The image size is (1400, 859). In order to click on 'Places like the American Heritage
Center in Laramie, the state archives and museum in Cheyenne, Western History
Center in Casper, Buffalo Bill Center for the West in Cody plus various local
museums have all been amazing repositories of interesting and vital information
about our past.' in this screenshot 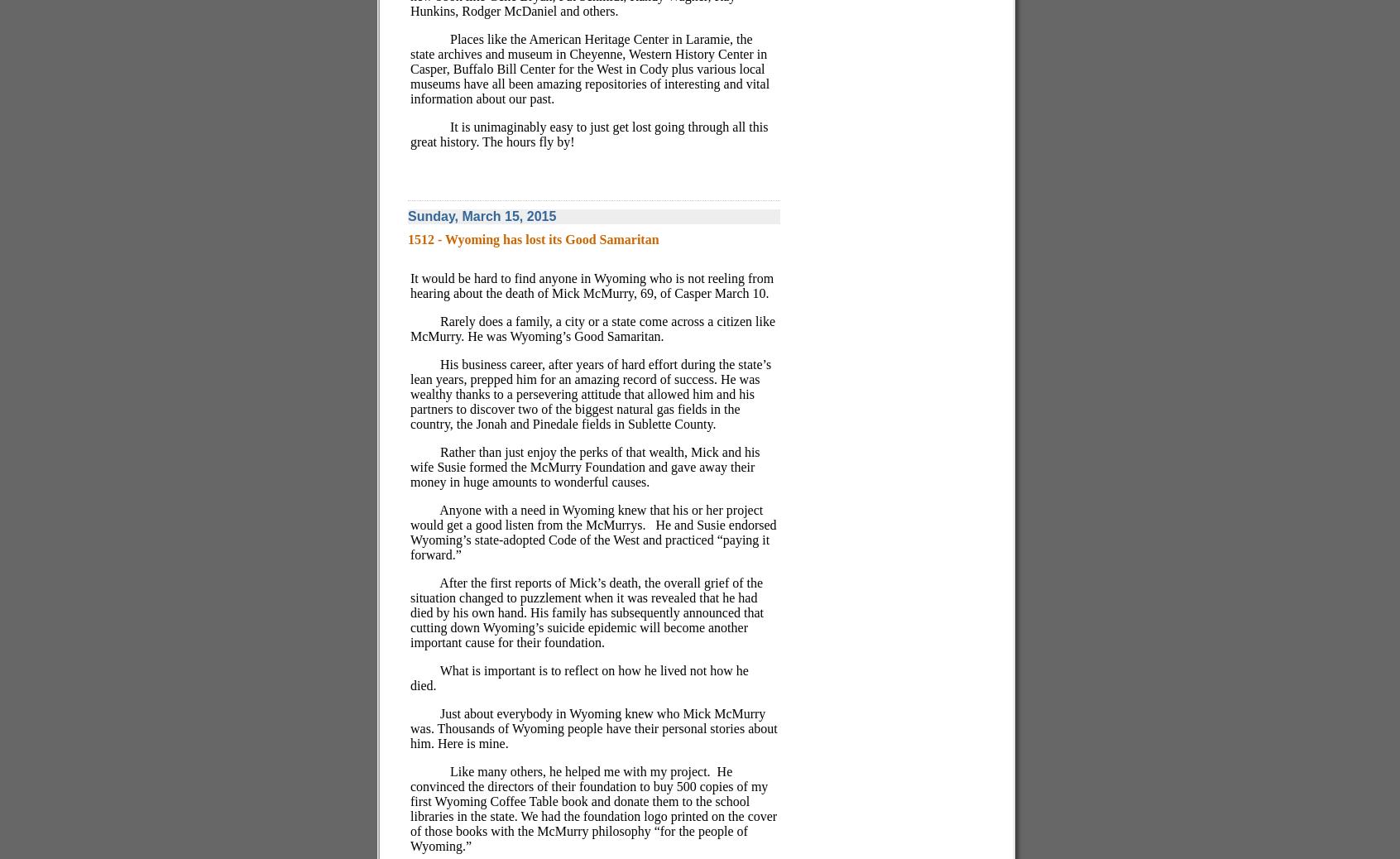, I will do `click(589, 67)`.